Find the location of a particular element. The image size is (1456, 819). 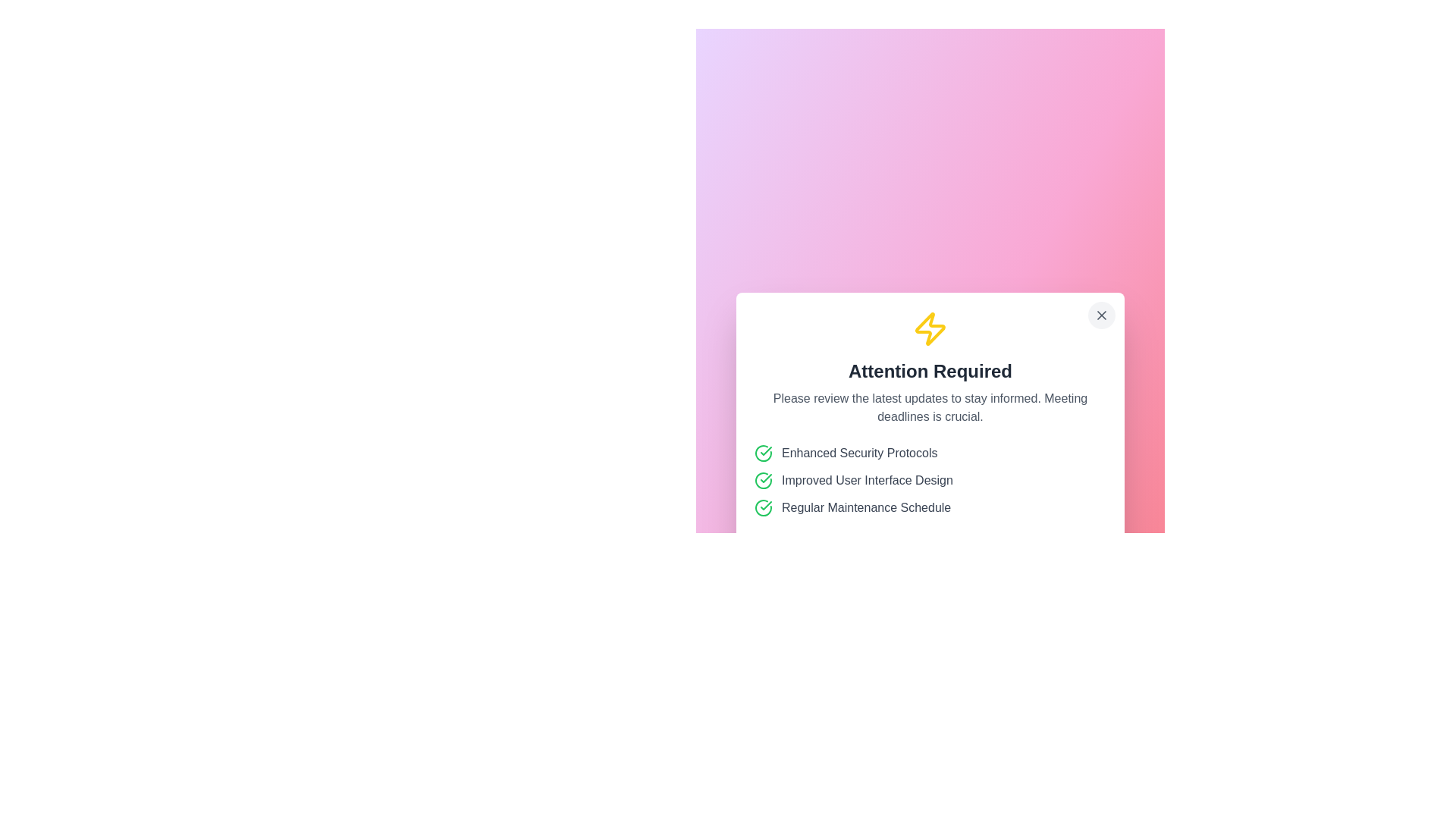

the green circular confirmation icon with a checkmark located next to the text 'Improved User Interface Design' is located at coordinates (764, 480).